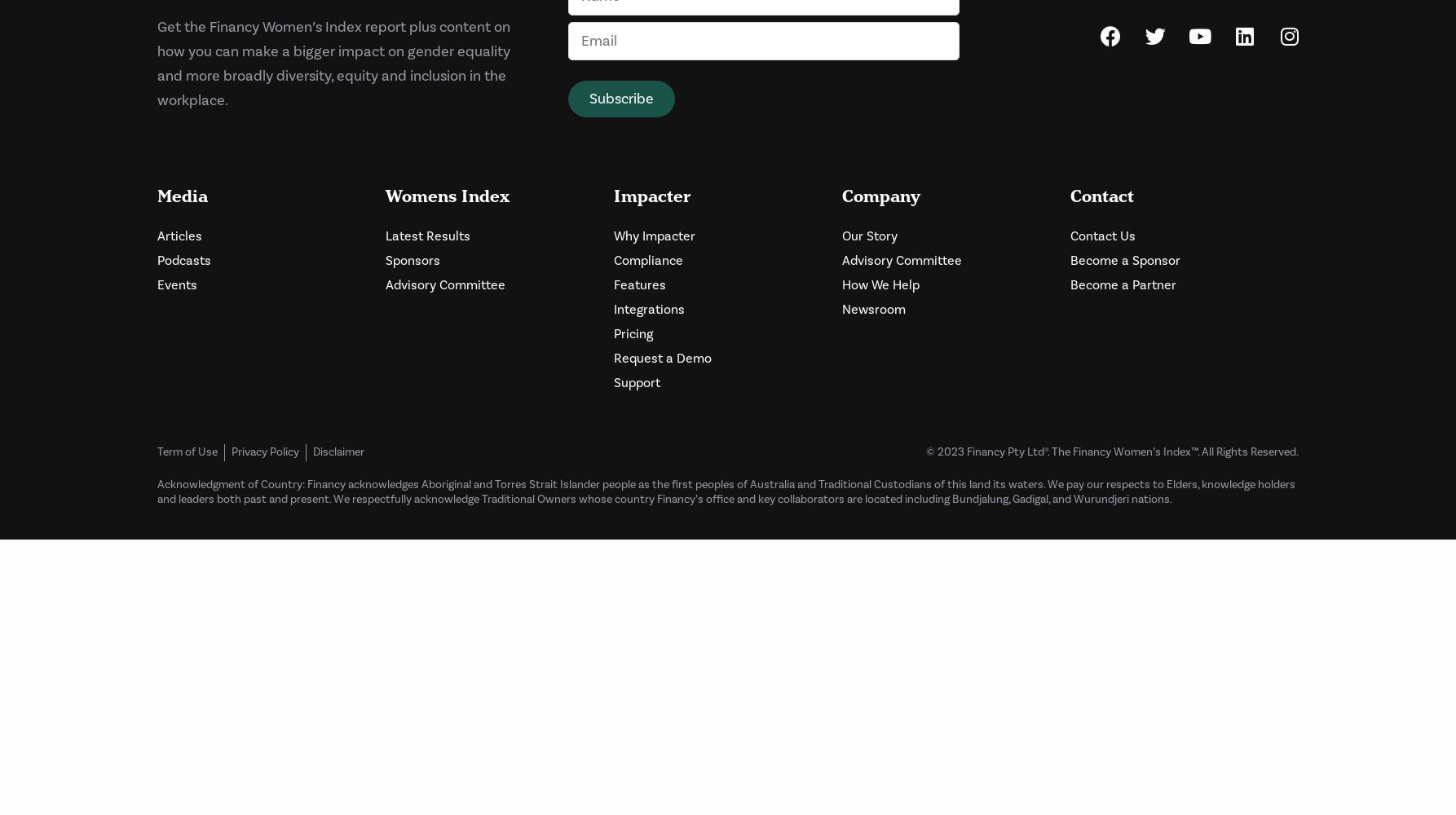 Image resolution: width=1456 pixels, height=815 pixels. What do you see at coordinates (179, 236) in the screenshot?
I see `'Articles'` at bounding box center [179, 236].